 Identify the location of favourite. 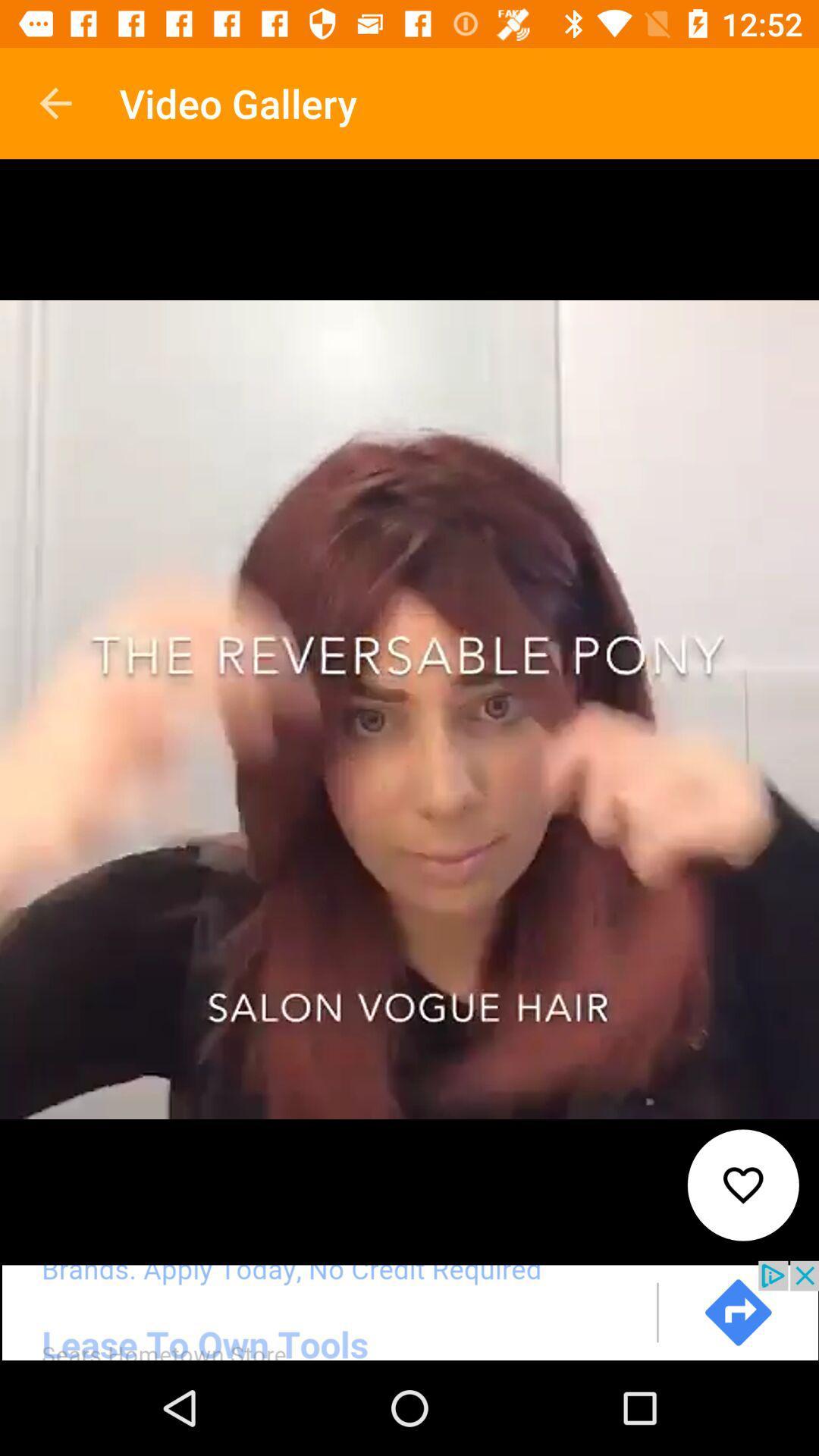
(742, 1185).